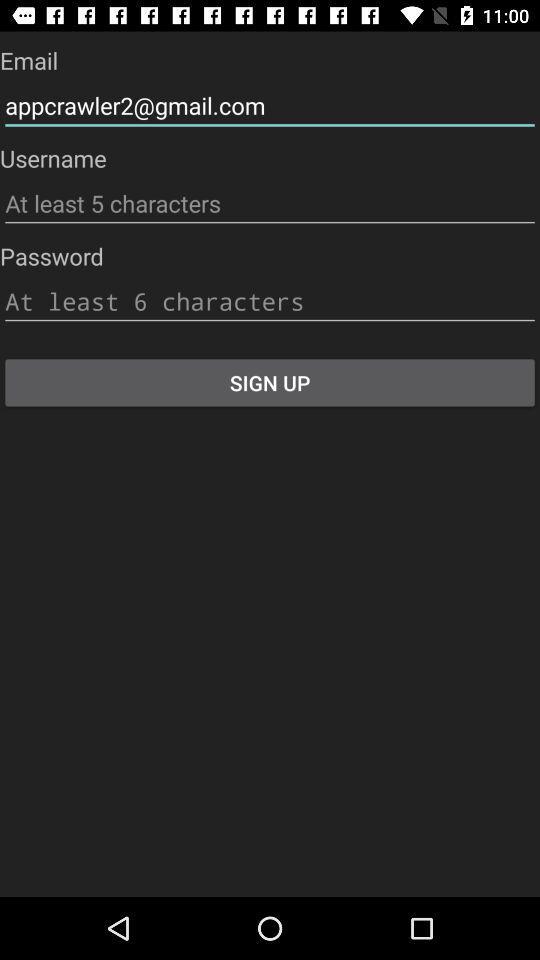 The image size is (540, 960). I want to click on username entry, so click(270, 204).